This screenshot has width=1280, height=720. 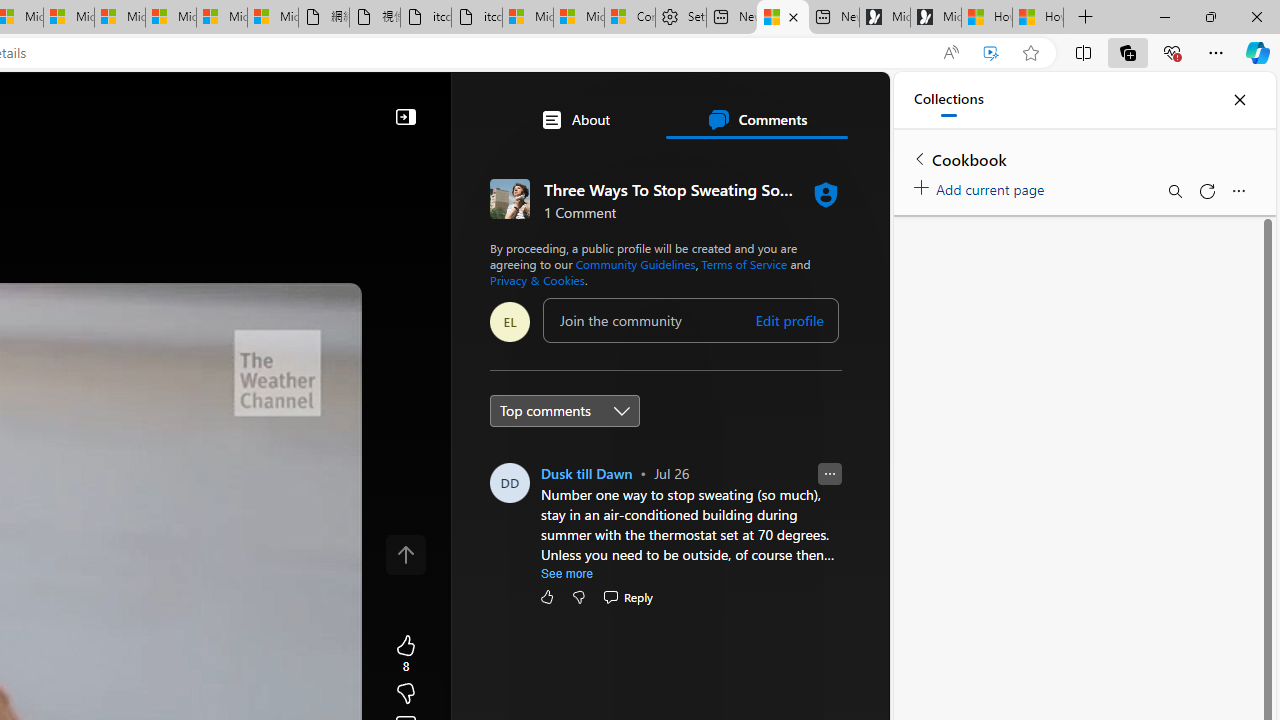 What do you see at coordinates (405, 555) in the screenshot?
I see `'Class: control icon-only'` at bounding box center [405, 555].